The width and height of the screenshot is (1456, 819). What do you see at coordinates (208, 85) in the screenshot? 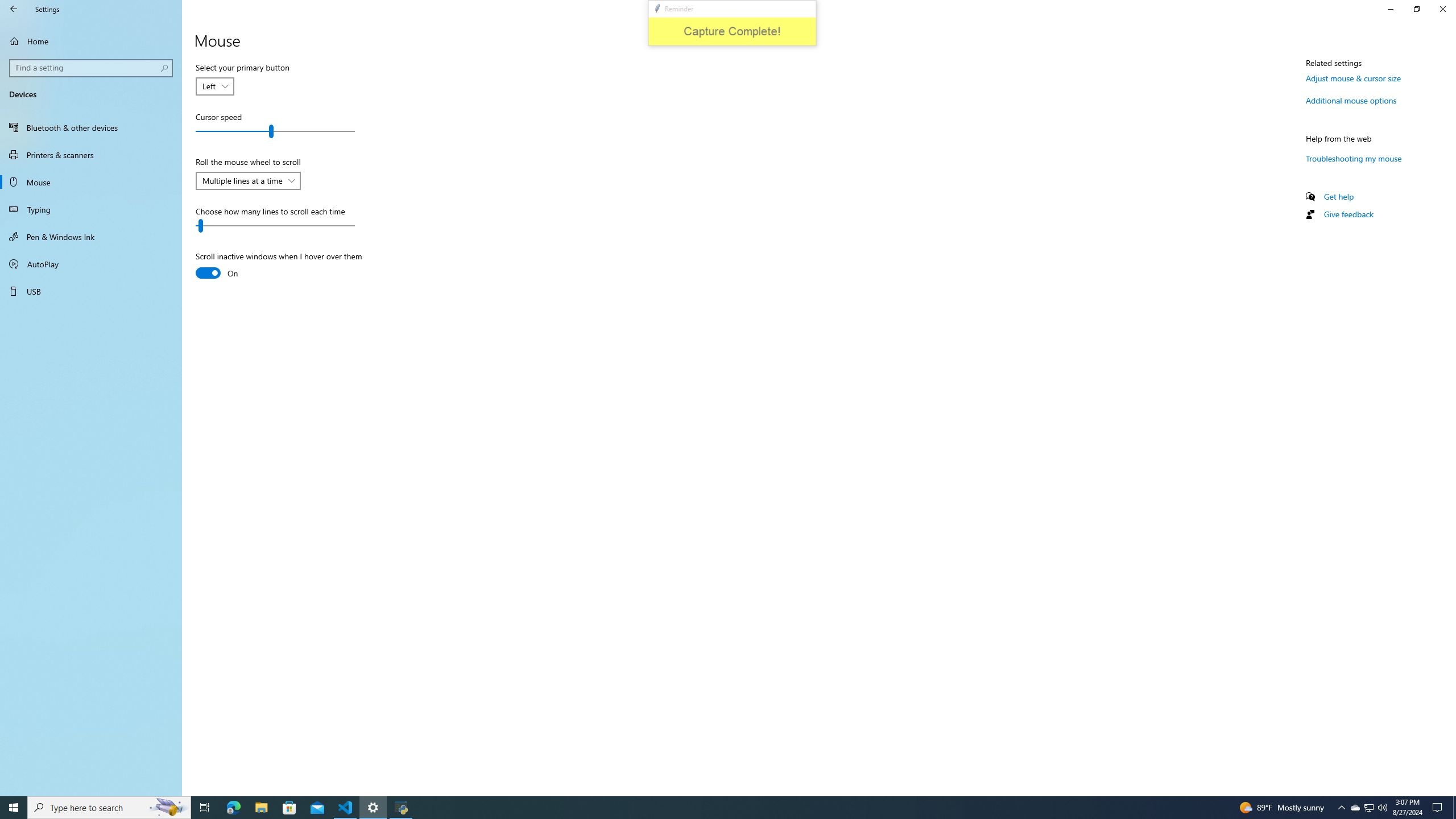
I see `'Left'` at bounding box center [208, 85].